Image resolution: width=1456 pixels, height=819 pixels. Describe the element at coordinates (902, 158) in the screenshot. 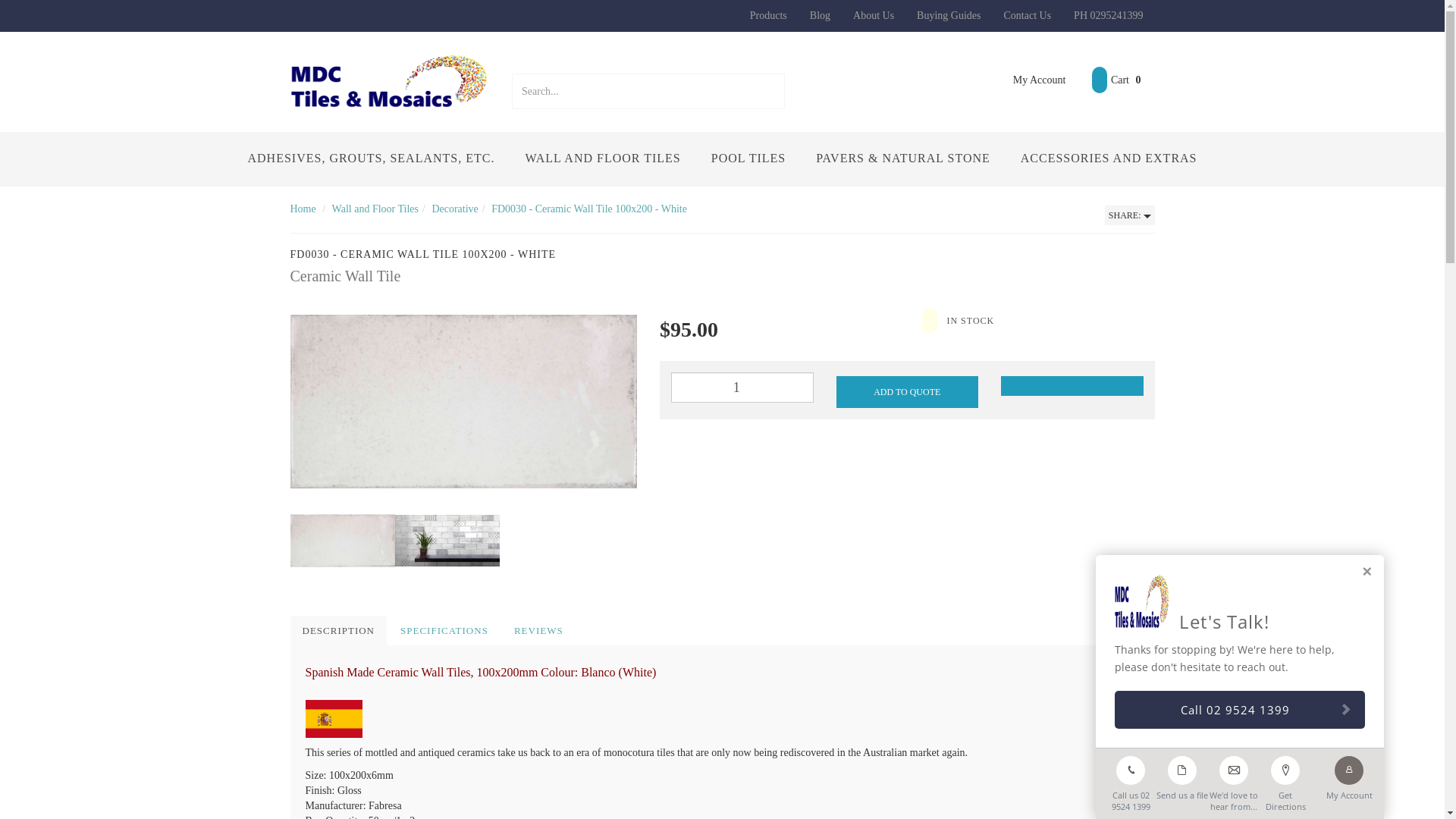

I see `'PAVERS & NATURAL STONE'` at that location.